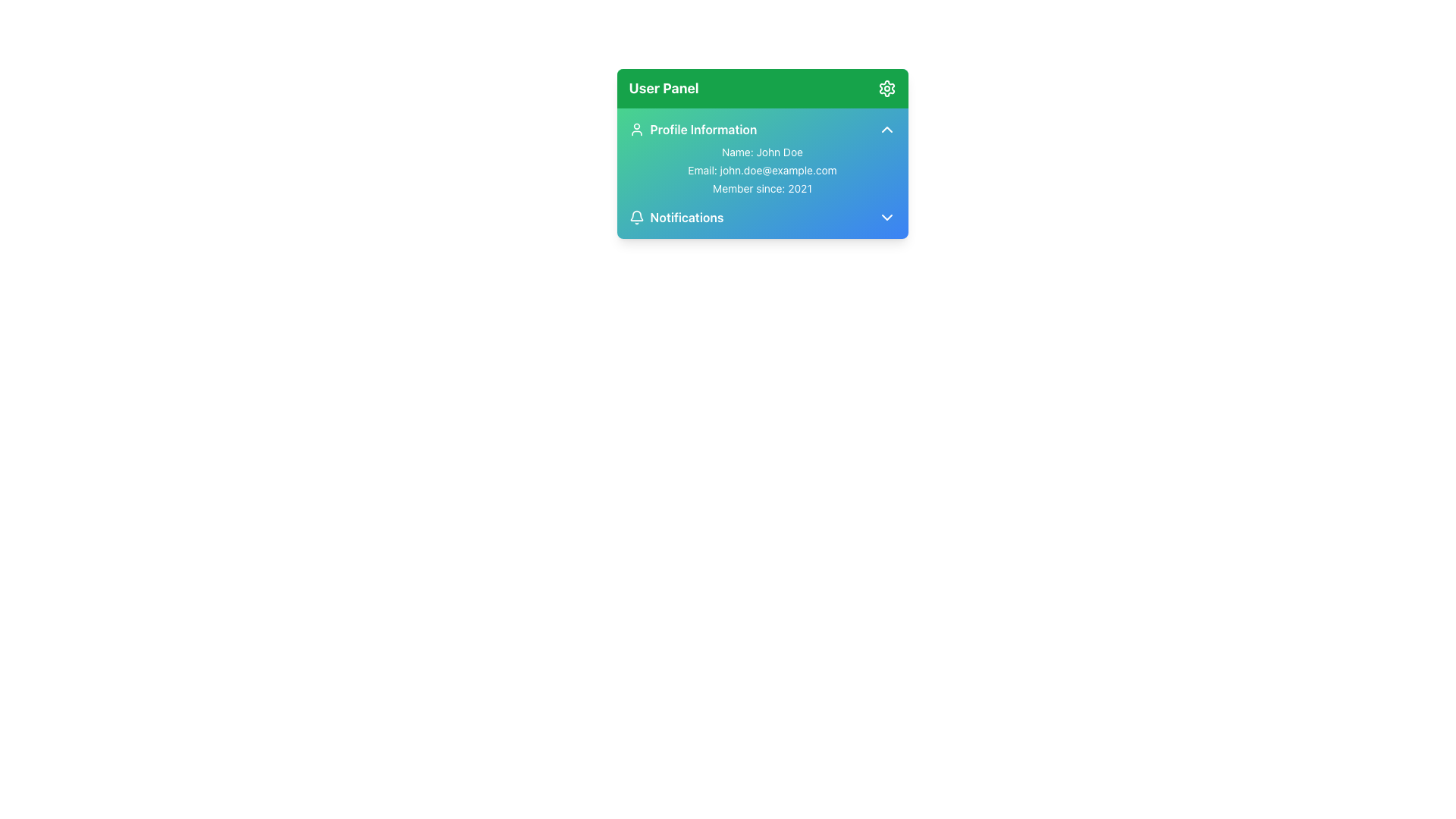  Describe the element at coordinates (762, 170) in the screenshot. I see `static text element displaying user information, which includes 'Name: John Doe,' 'Email: john.doe@example.com,' and 'Member since: 2021.' This element is located in the 'Profile Information' section of the 'User Panel' card` at that location.